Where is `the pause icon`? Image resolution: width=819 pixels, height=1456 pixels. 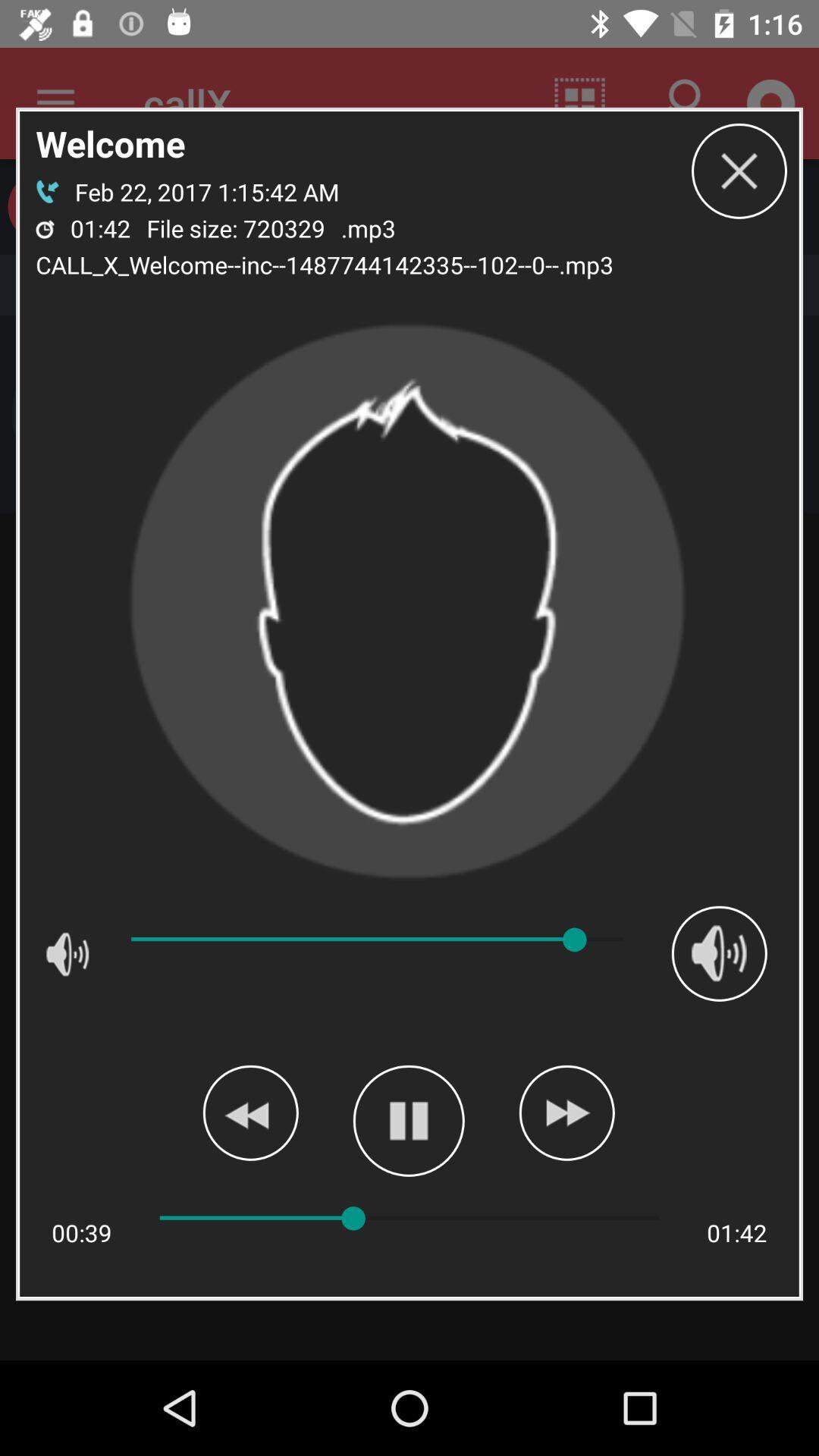 the pause icon is located at coordinates (408, 1121).